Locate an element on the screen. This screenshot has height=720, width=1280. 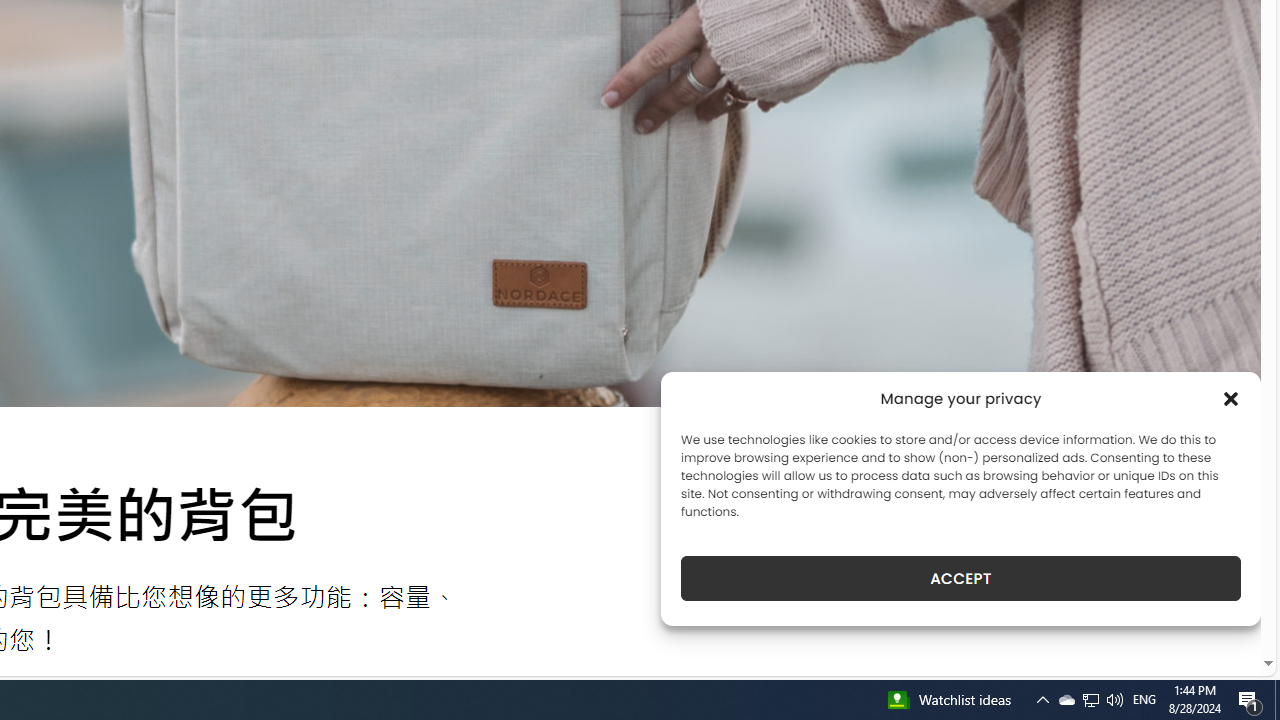
'ACCEPT' is located at coordinates (961, 578).